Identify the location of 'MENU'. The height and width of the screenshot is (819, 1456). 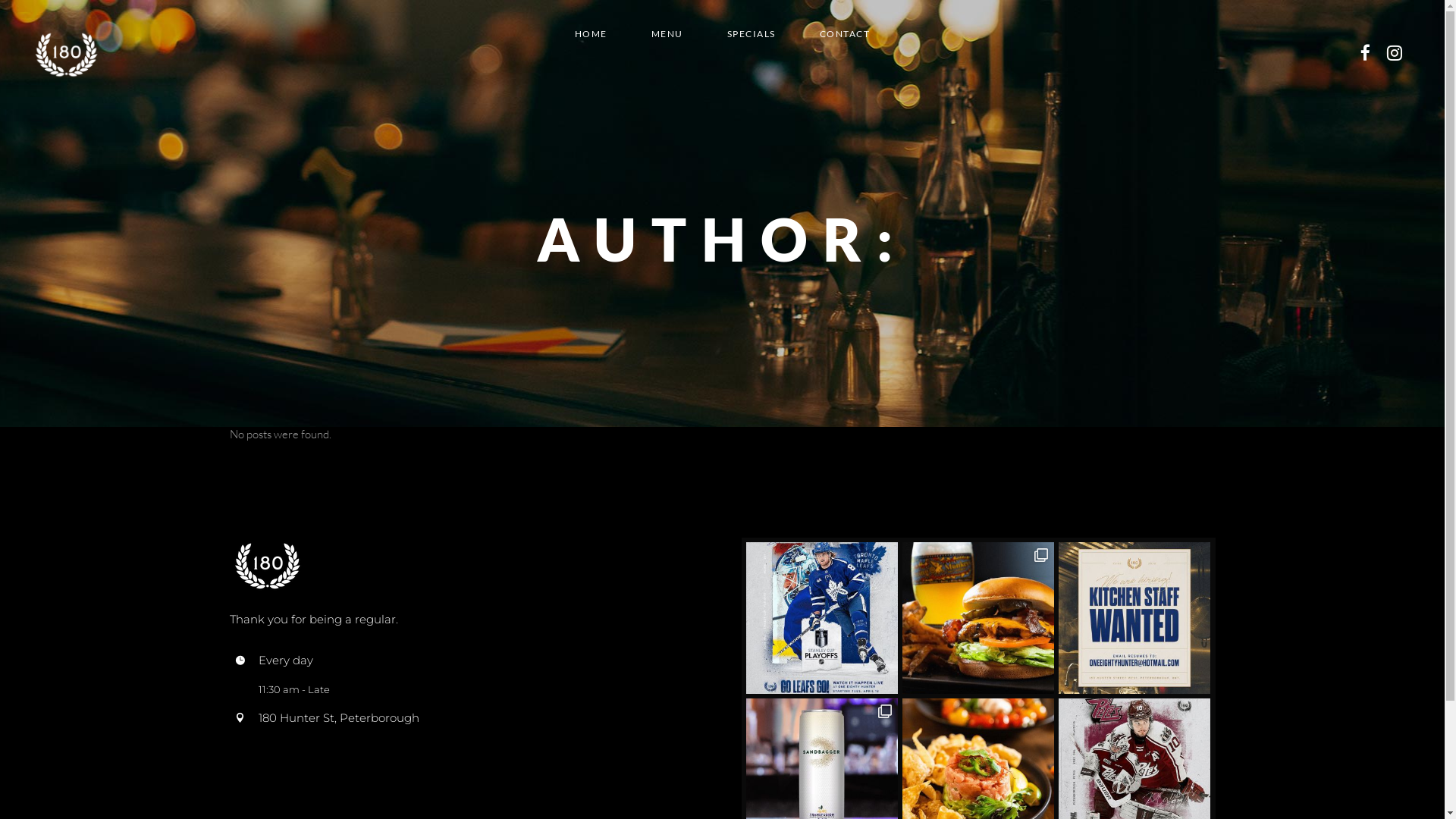
(667, 33).